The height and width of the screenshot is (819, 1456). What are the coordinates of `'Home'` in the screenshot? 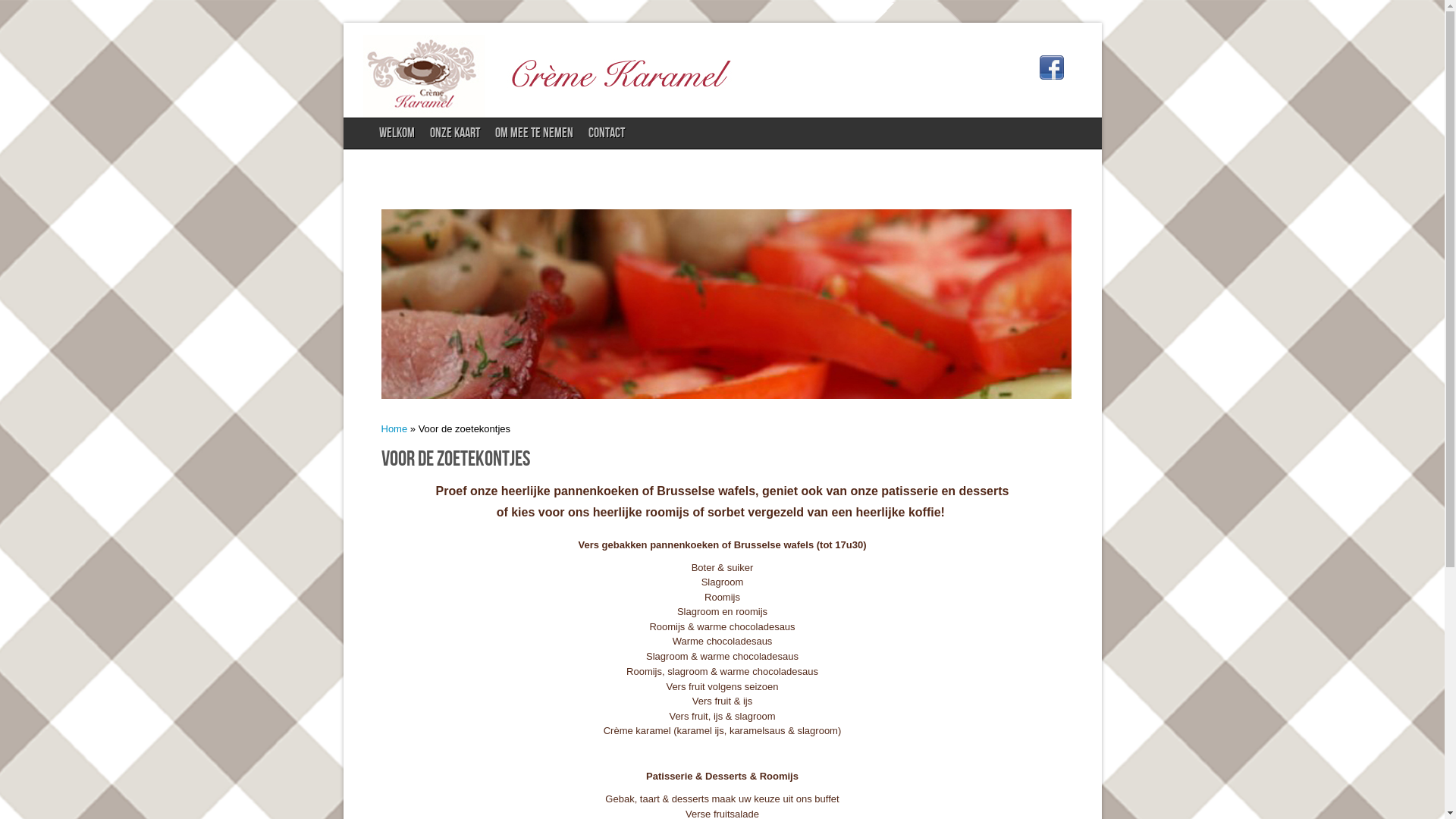 It's located at (381, 428).